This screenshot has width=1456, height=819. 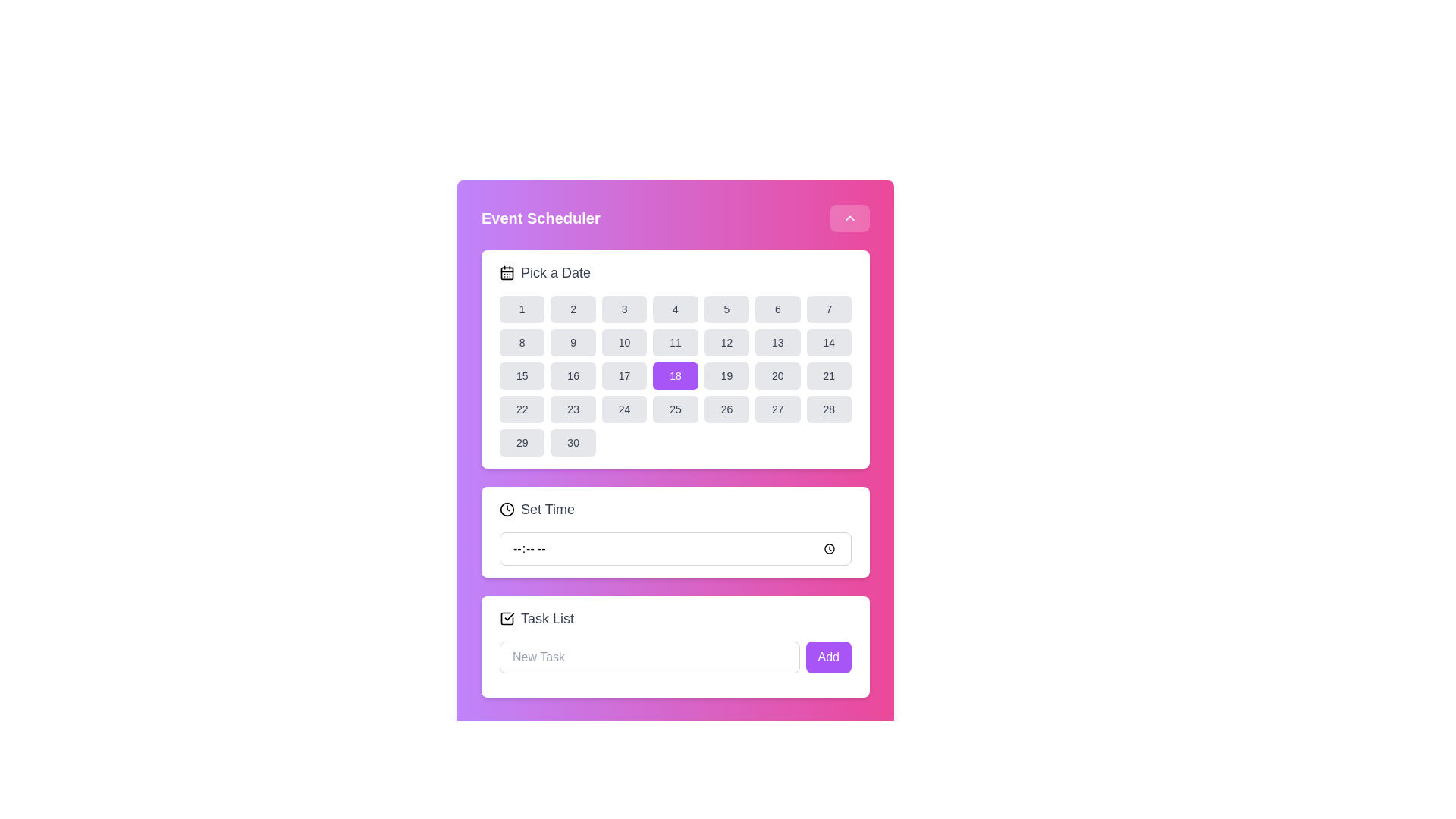 I want to click on the rectangular button labeled '20' with rounded corners and a light gray background in the date-picker grid under the 'Pick a Date' section, so click(x=777, y=375).